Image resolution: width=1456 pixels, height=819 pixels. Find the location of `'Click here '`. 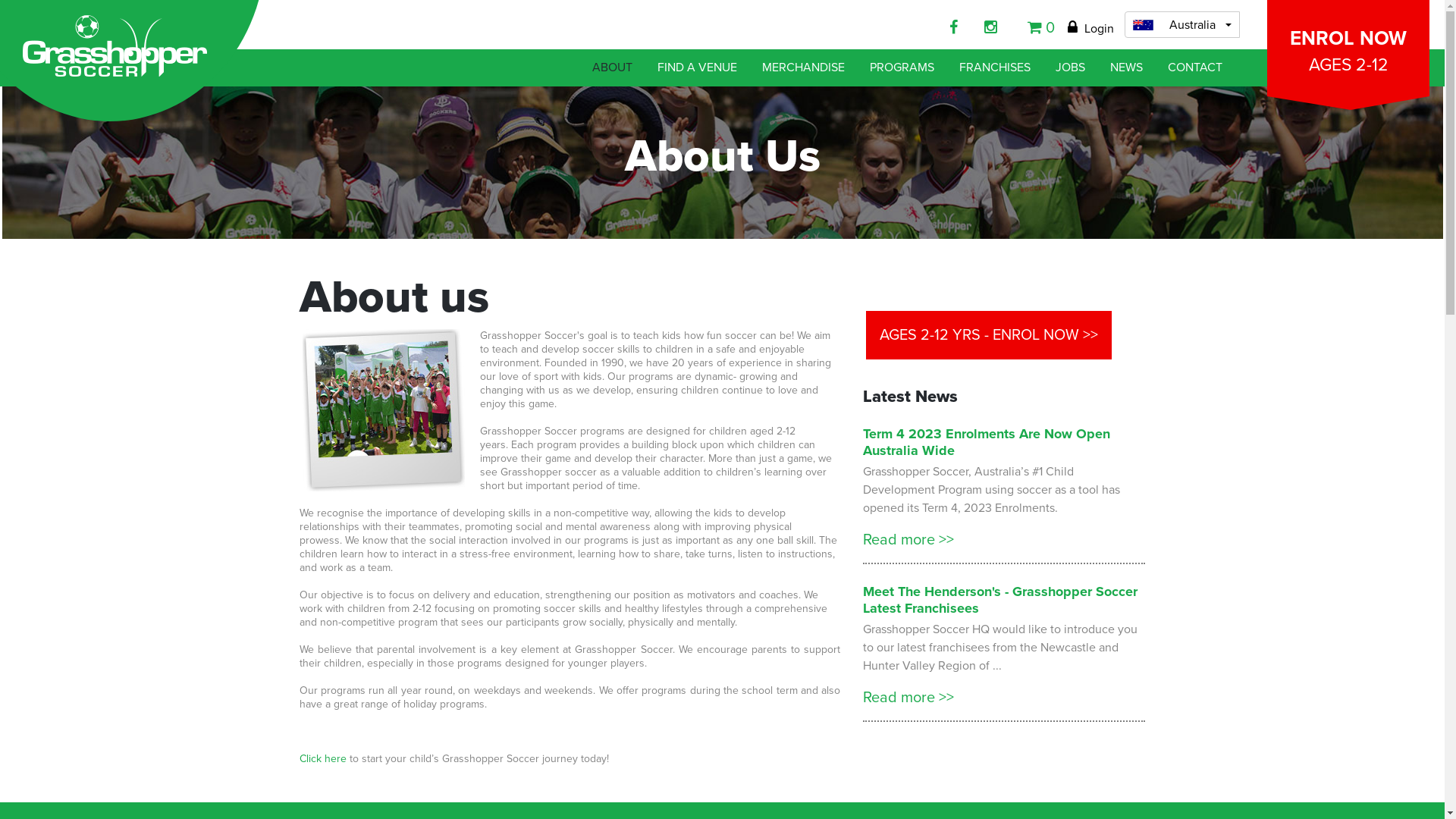

'Click here ' is located at coordinates (323, 758).